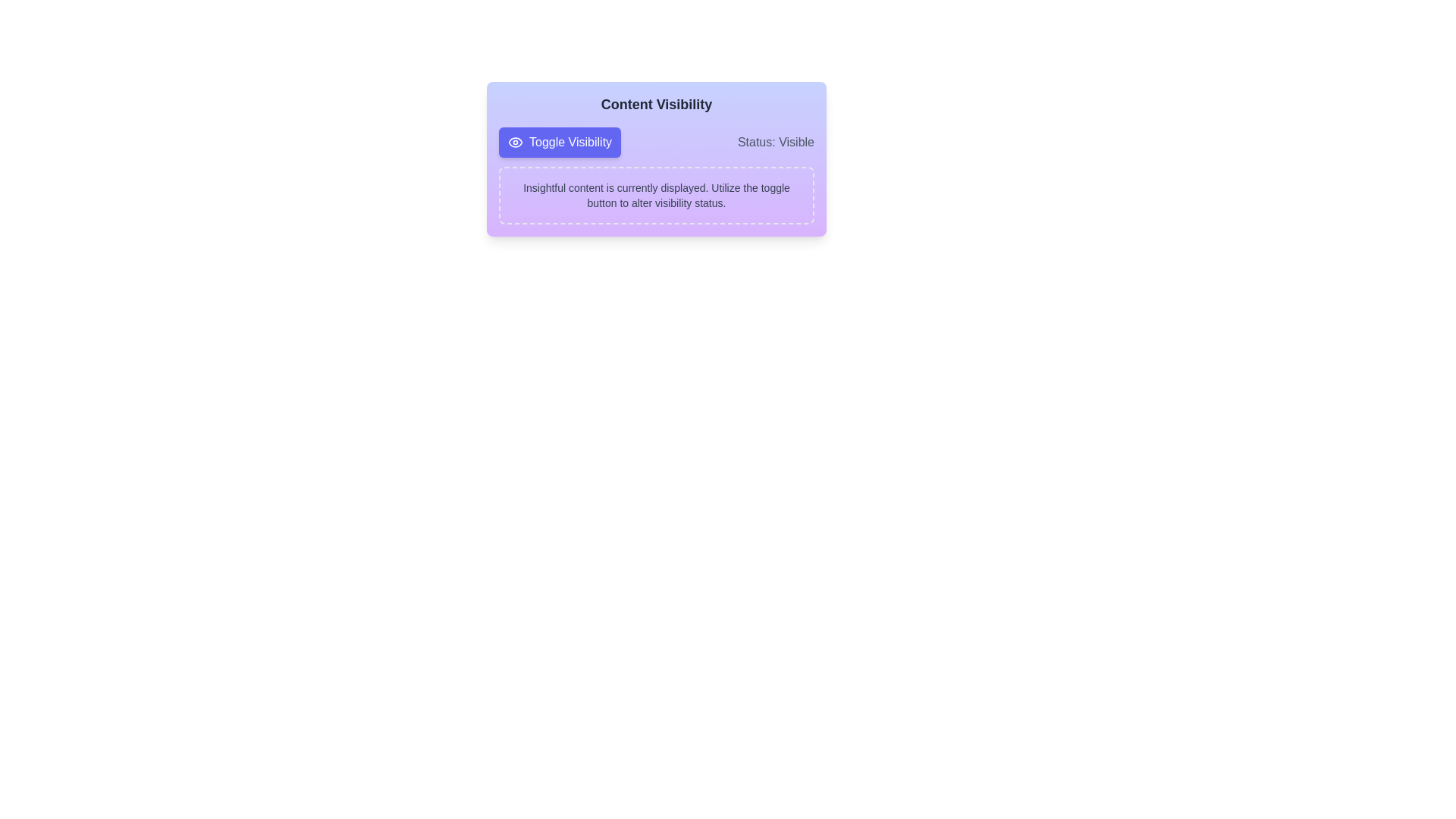 Image resolution: width=1456 pixels, height=819 pixels. Describe the element at coordinates (559, 143) in the screenshot. I see `the 'Toggle Visibility' button to toggle the visibility of the content` at that location.